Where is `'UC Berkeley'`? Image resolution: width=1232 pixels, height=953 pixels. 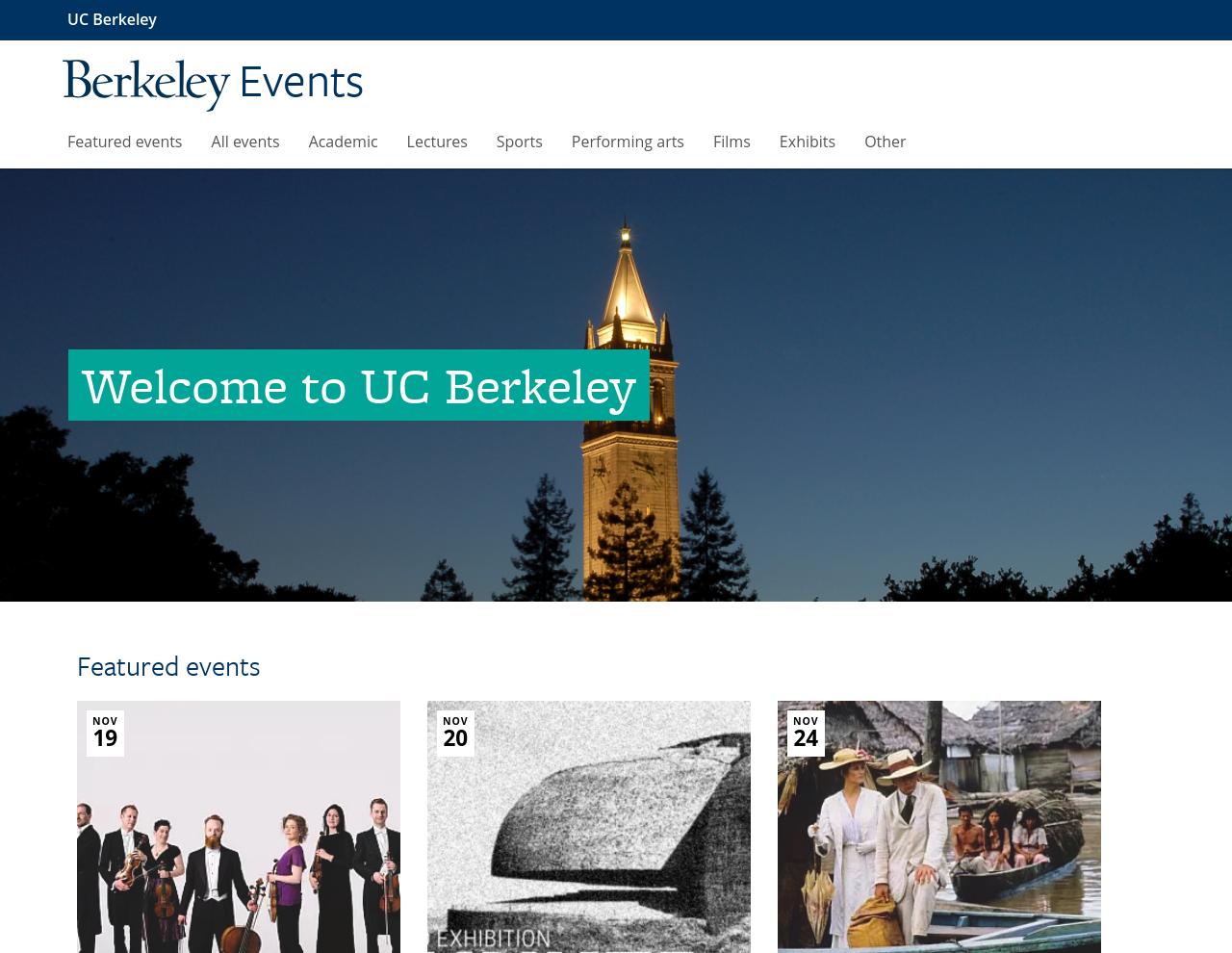 'UC Berkeley' is located at coordinates (110, 17).